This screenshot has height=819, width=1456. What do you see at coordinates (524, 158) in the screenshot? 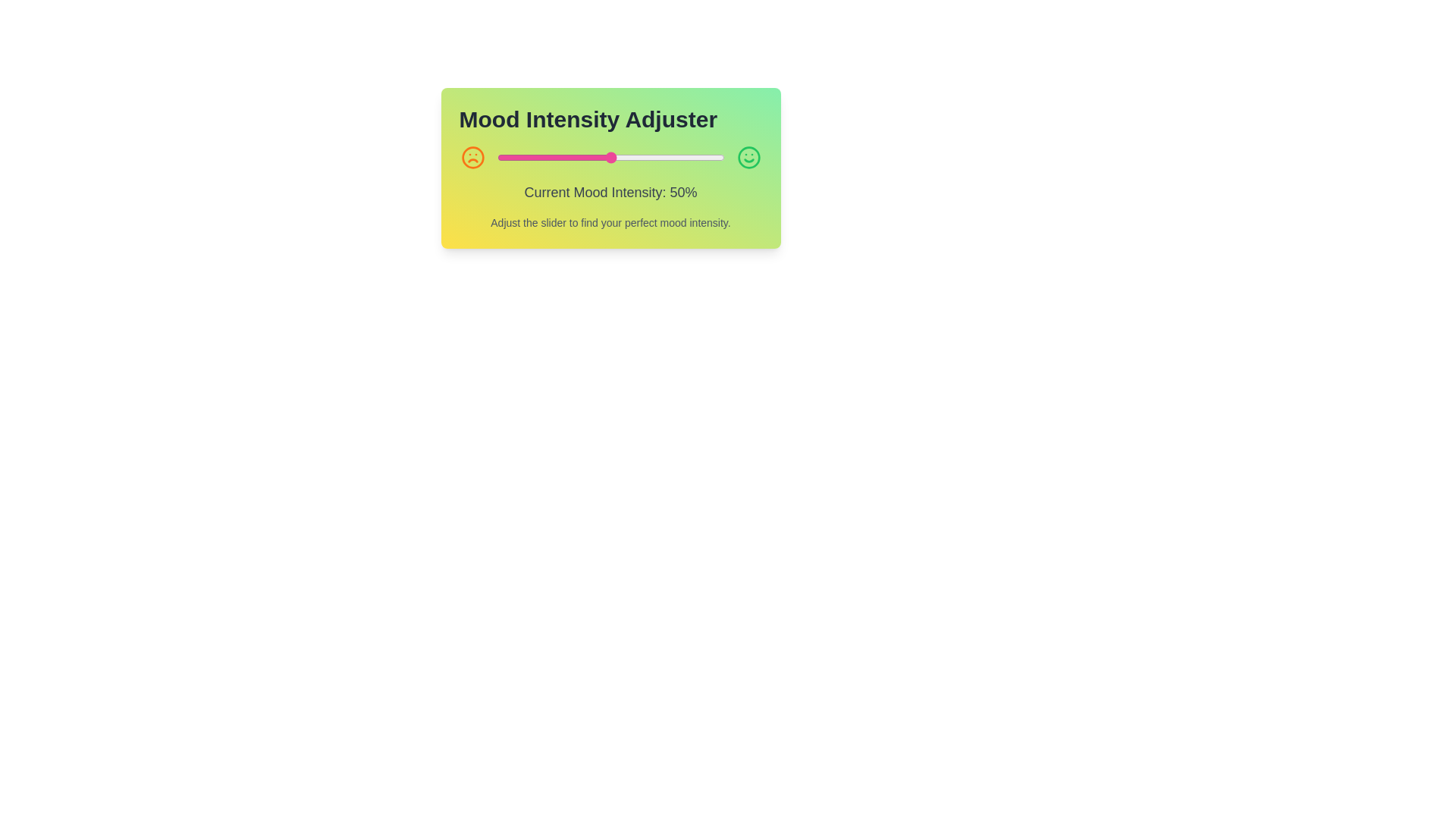
I see `the mood intensity slider to 12% by dragging the slider handle` at bounding box center [524, 158].